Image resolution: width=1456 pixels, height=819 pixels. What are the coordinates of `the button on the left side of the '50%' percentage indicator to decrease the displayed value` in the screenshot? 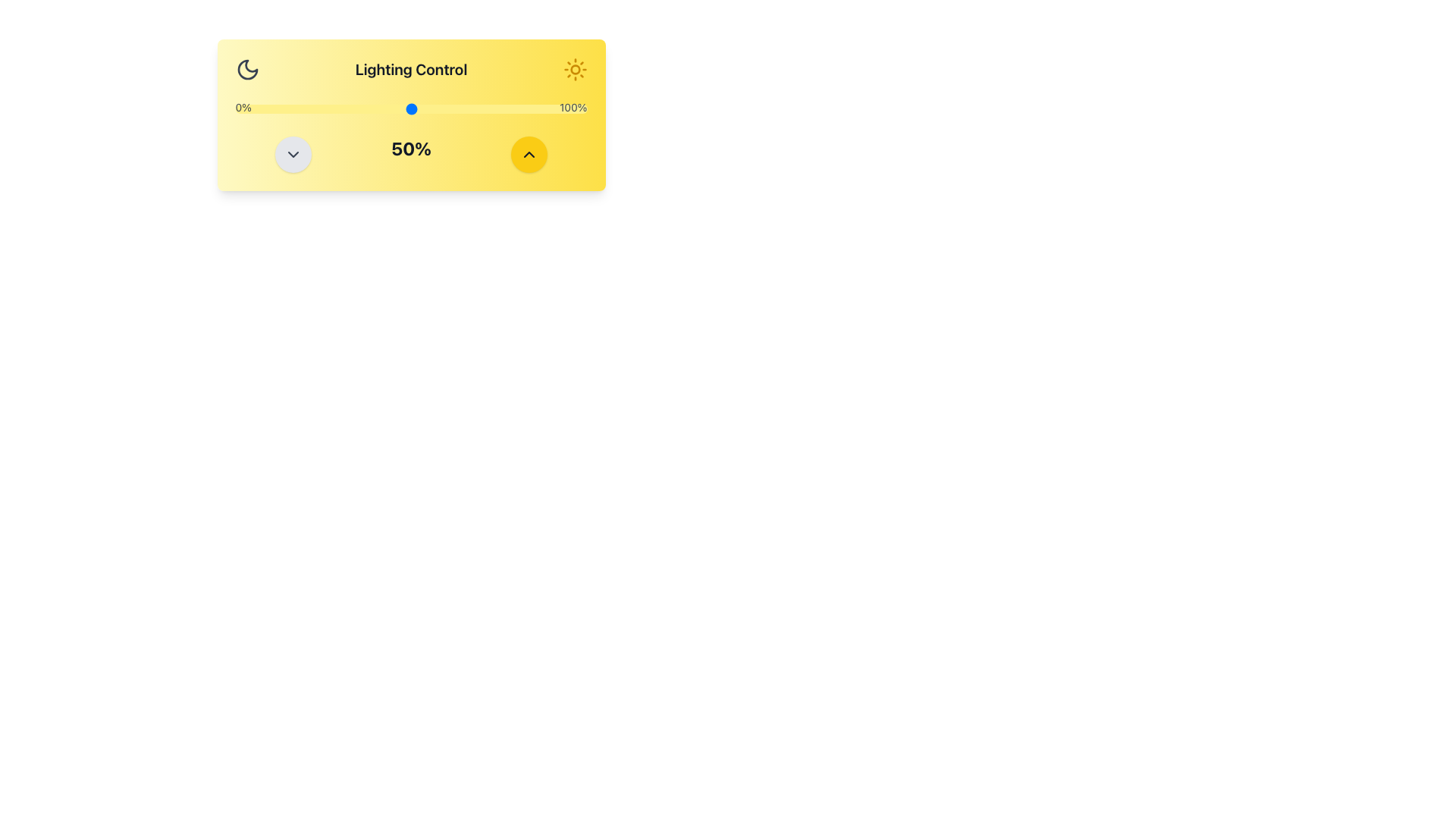 It's located at (293, 155).